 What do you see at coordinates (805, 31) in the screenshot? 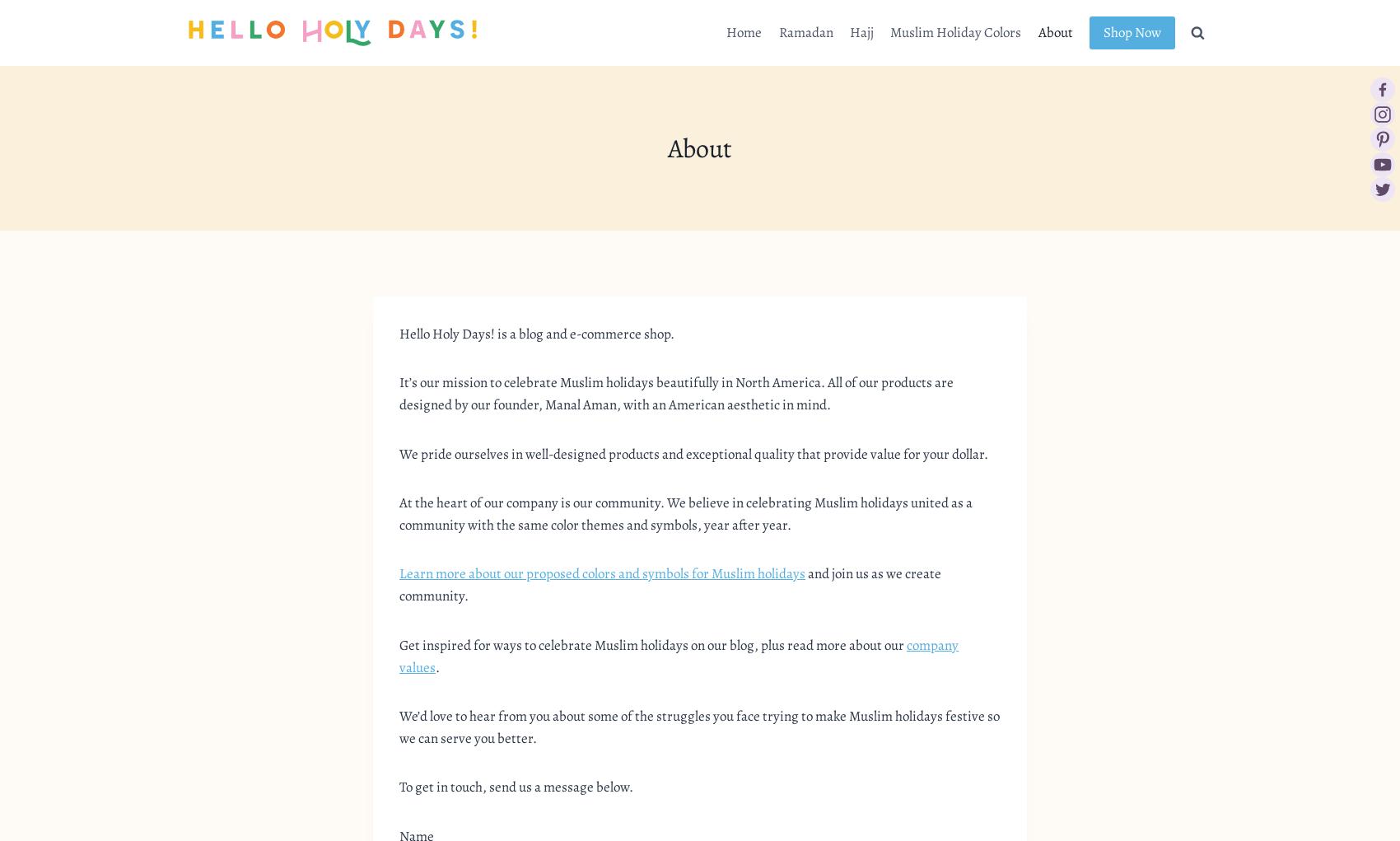
I see `'Ramadan'` at bounding box center [805, 31].